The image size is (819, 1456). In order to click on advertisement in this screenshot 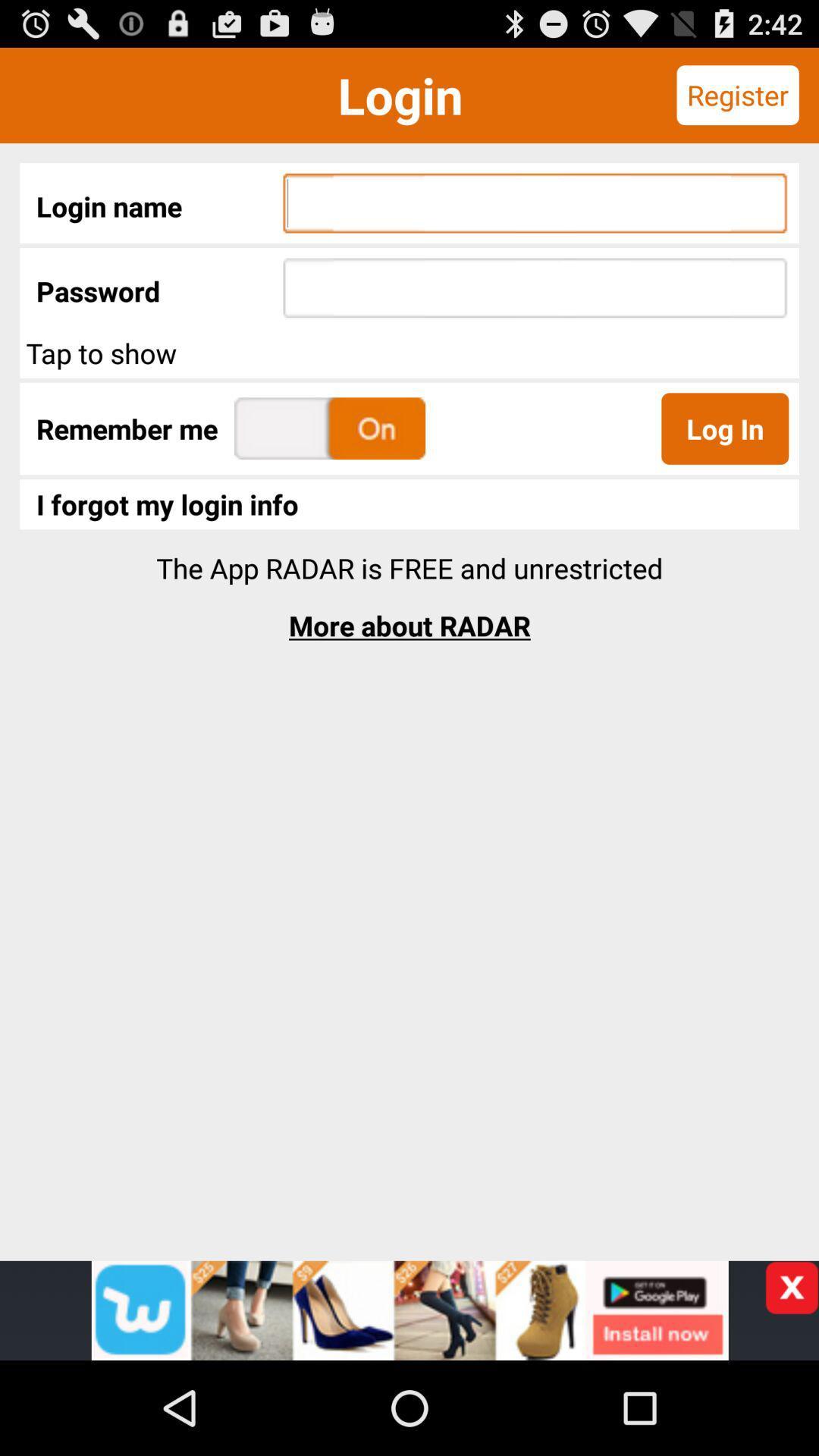, I will do `click(791, 1287)`.